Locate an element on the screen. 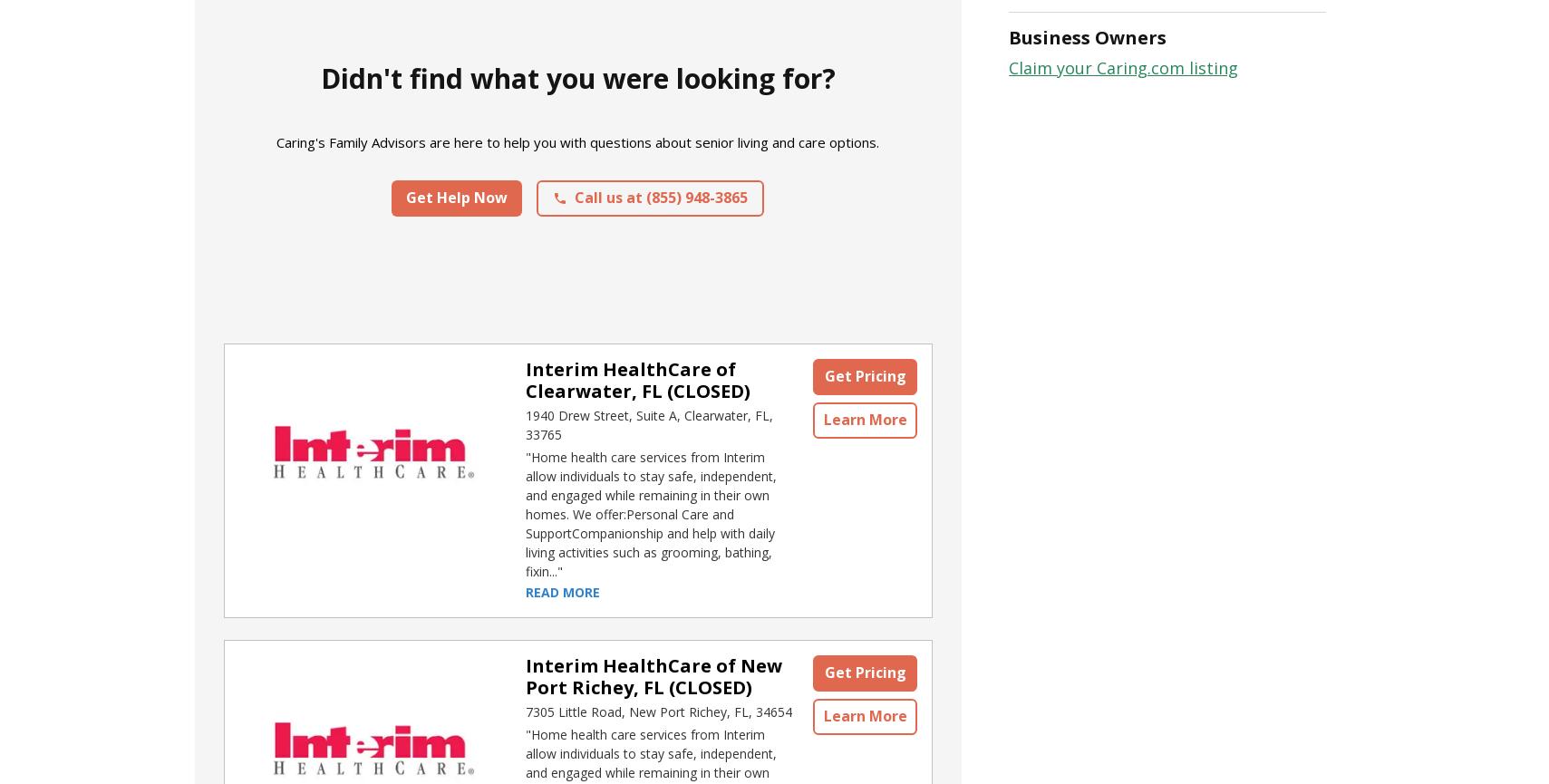 The width and height of the screenshot is (1549, 784). 'Claim your Caring.com listing' is located at coordinates (1123, 67).